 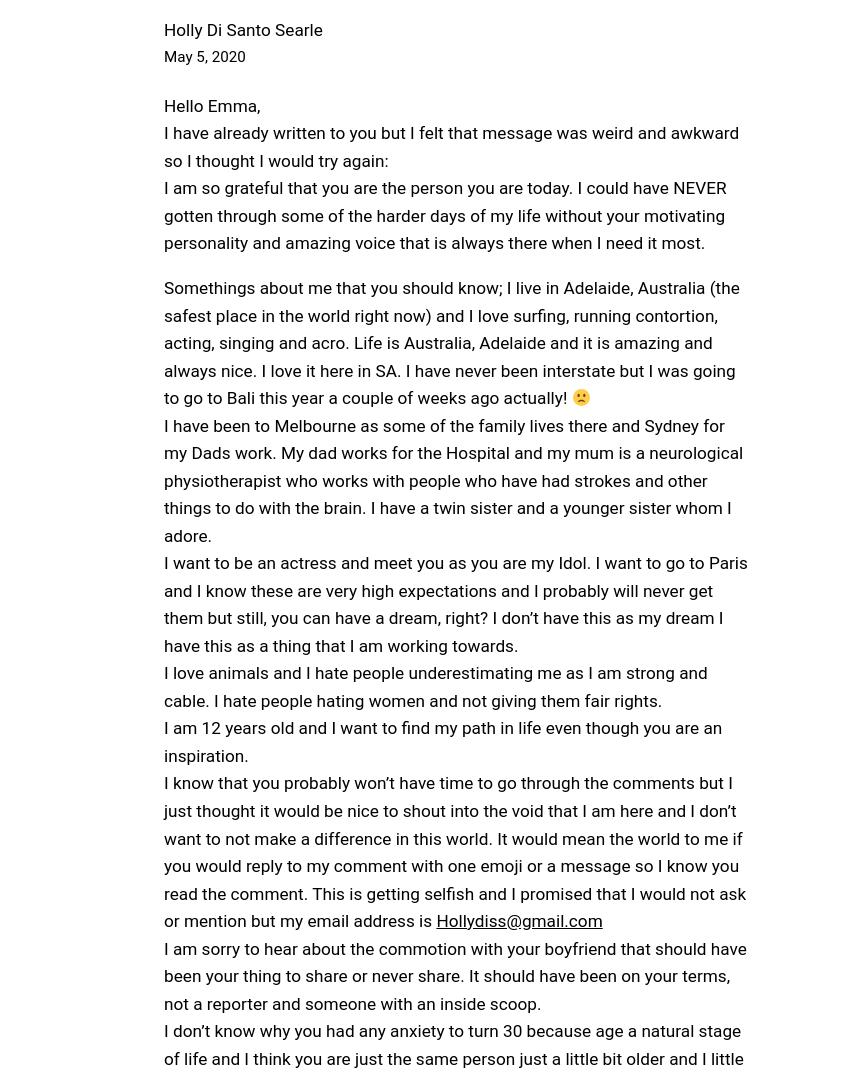 I want to click on 'I know that you probably won’t have time to go through the comments but I just thought it would be nice to shout into the void that I am here and I don’t want to not make a difference in this world. It would mean the world to me if you would reply to my comment with one emoji or a message so I know you read the comment. This is getting selfish and I promised that I would not ask or mention but my email address is', so click(x=454, y=852).